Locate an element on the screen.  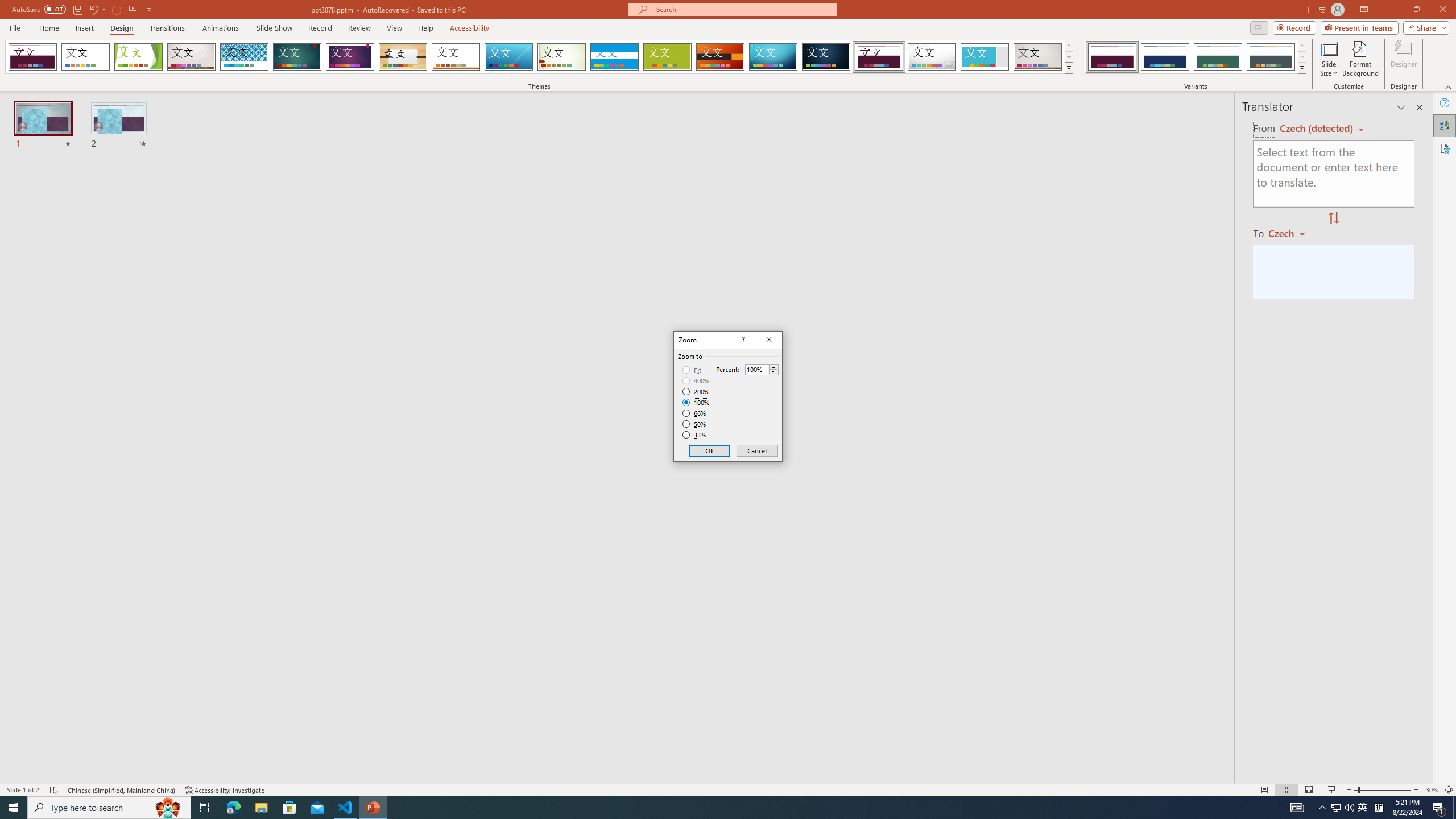
'66%' is located at coordinates (695, 412).